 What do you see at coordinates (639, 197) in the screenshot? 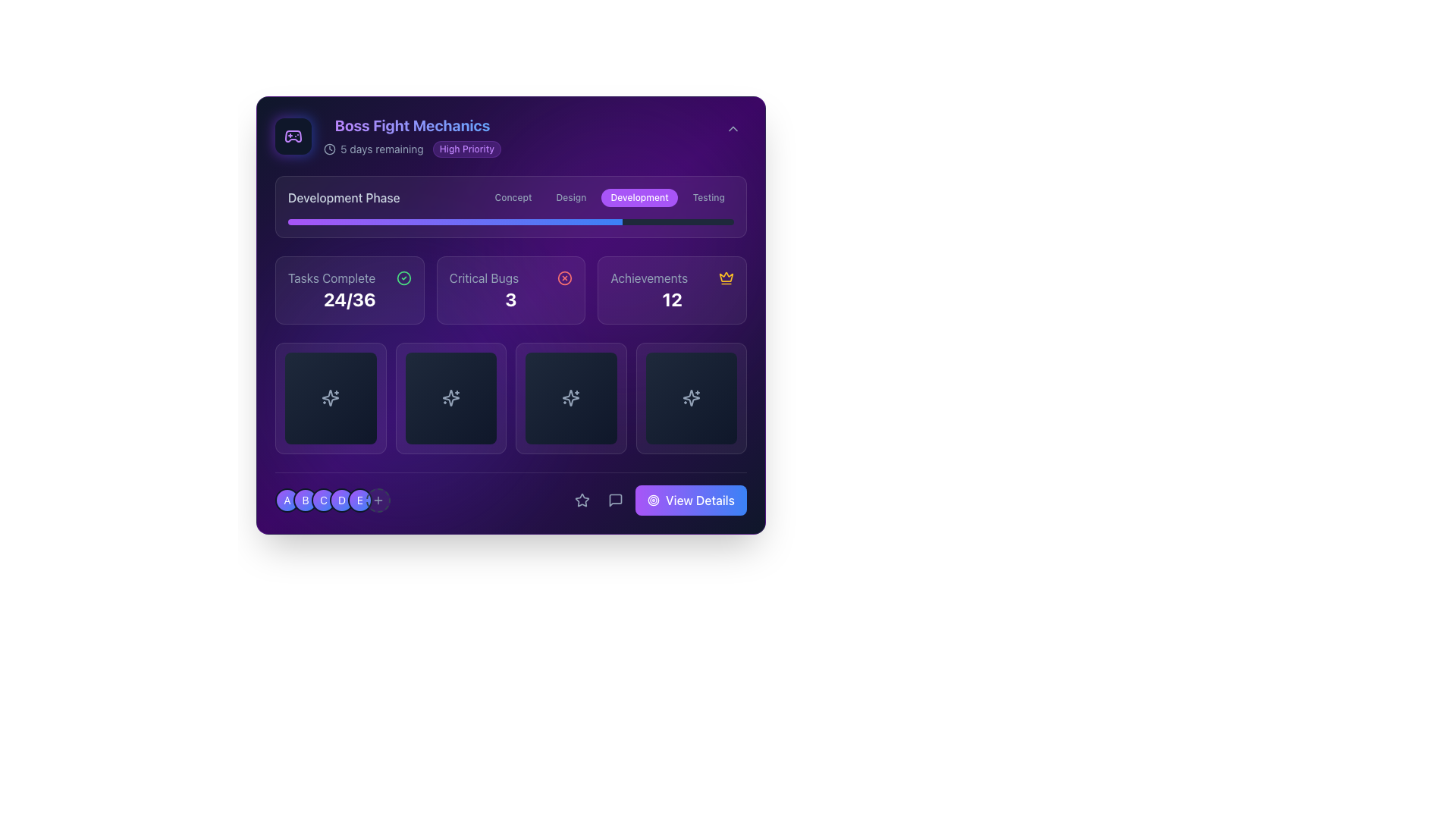
I see `the 'Development' button, which is the third button in a group of four buttons labeled 'Concept', 'Design', 'Development', and 'Testing'` at bounding box center [639, 197].